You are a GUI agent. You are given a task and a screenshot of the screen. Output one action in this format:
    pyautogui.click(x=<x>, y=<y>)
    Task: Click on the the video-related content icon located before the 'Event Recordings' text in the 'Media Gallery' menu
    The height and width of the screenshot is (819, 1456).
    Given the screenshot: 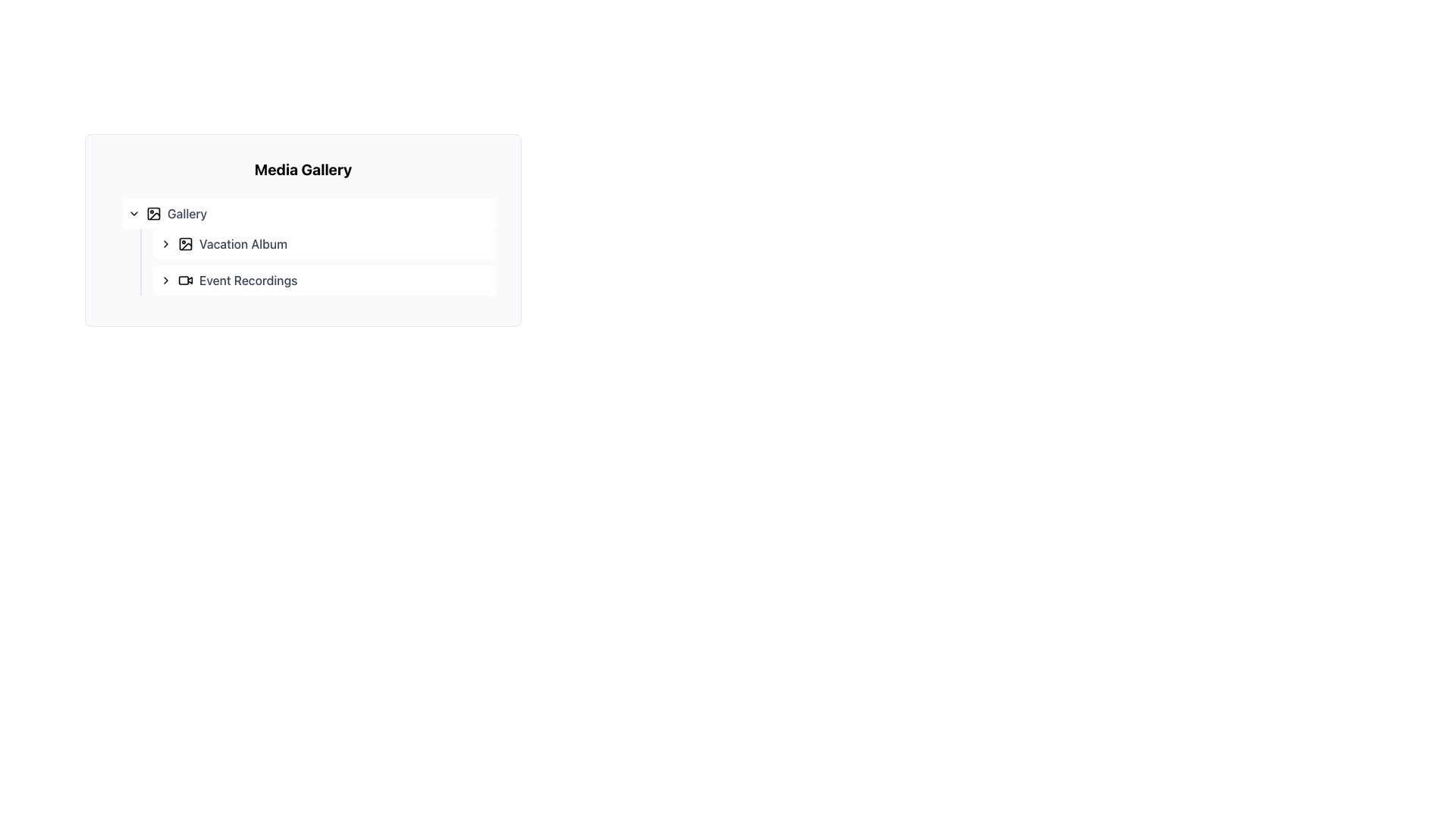 What is the action you would take?
    pyautogui.click(x=184, y=281)
    